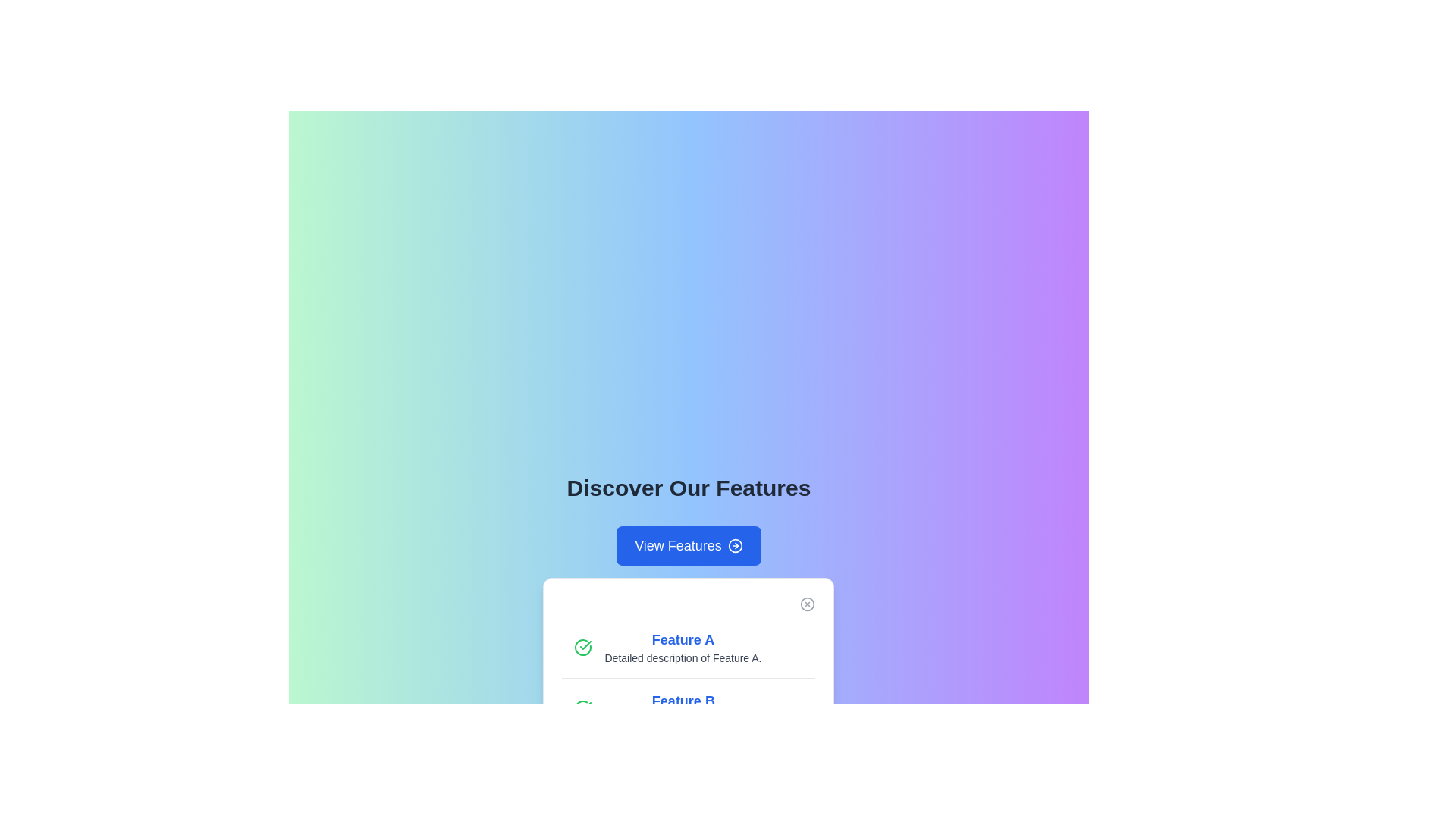 Image resolution: width=1456 pixels, height=819 pixels. What do you see at coordinates (807, 604) in the screenshot?
I see `the close button located at the upper-right corner of the card to change its color` at bounding box center [807, 604].